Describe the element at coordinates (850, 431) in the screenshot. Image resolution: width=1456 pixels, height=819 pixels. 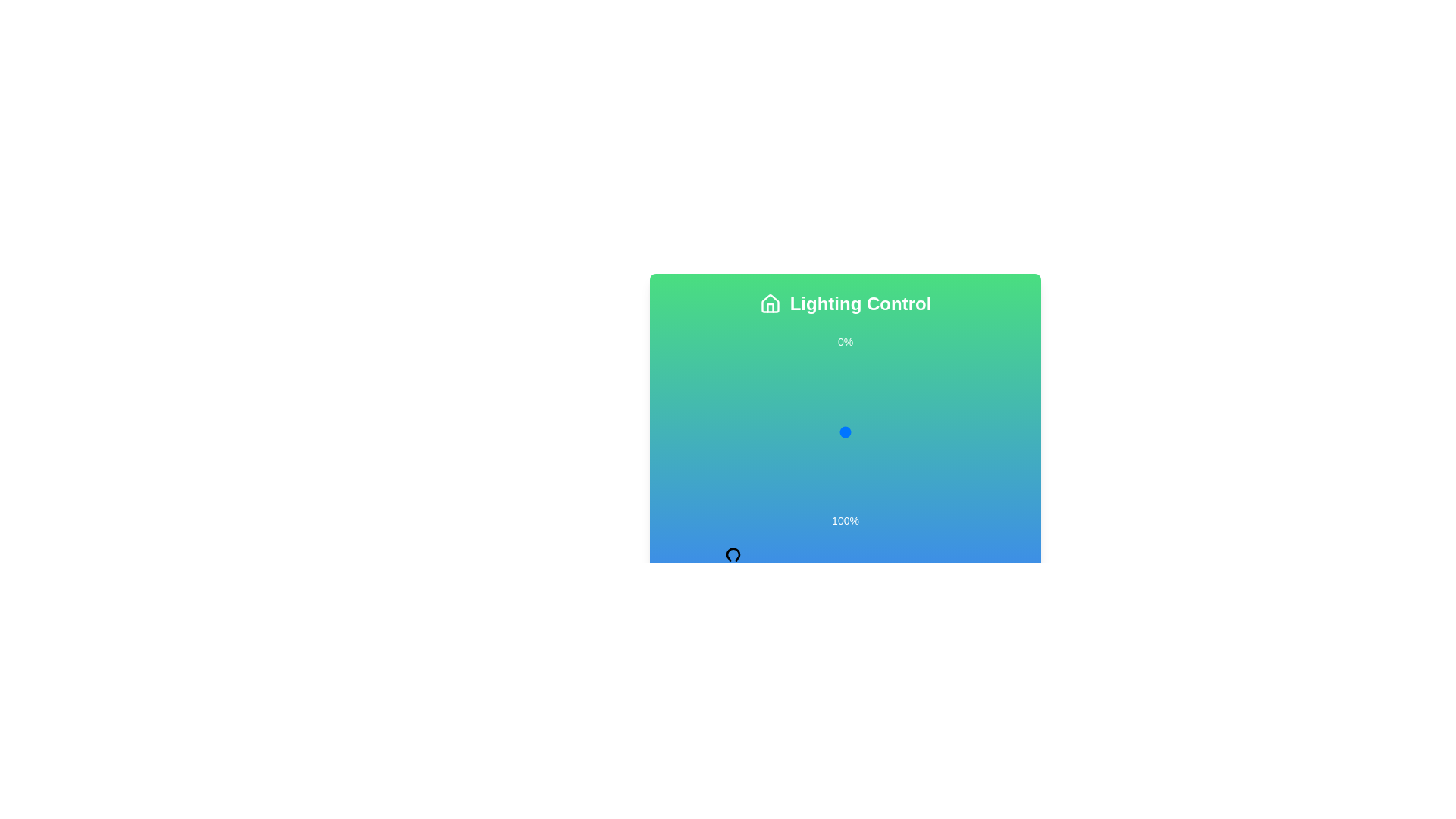
I see `the lighting level percentage` at that location.